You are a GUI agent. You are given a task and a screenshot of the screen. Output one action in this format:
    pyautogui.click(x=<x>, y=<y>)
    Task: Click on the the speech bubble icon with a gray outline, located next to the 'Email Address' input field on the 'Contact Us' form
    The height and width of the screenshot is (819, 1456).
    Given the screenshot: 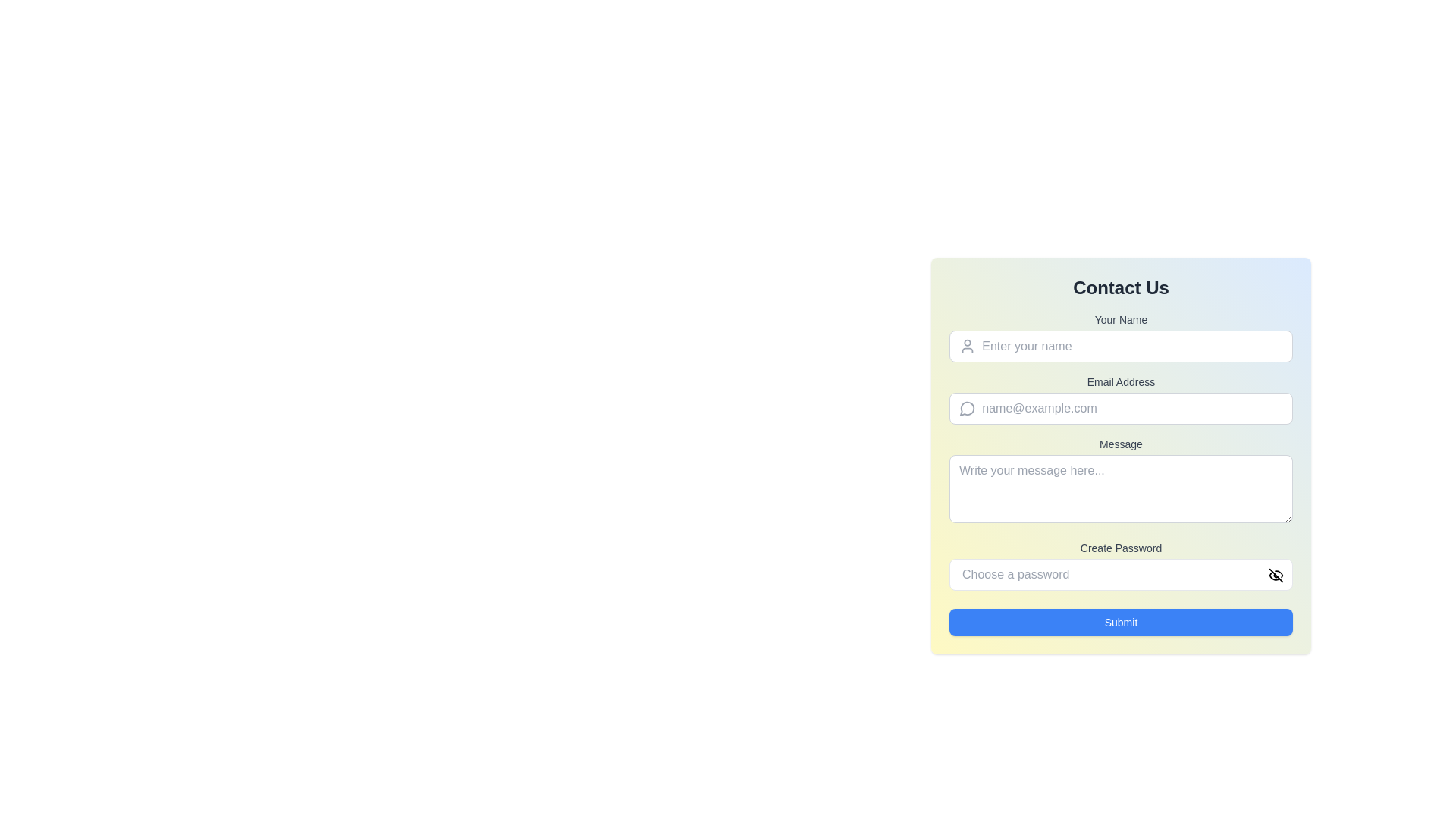 What is the action you would take?
    pyautogui.click(x=966, y=408)
    